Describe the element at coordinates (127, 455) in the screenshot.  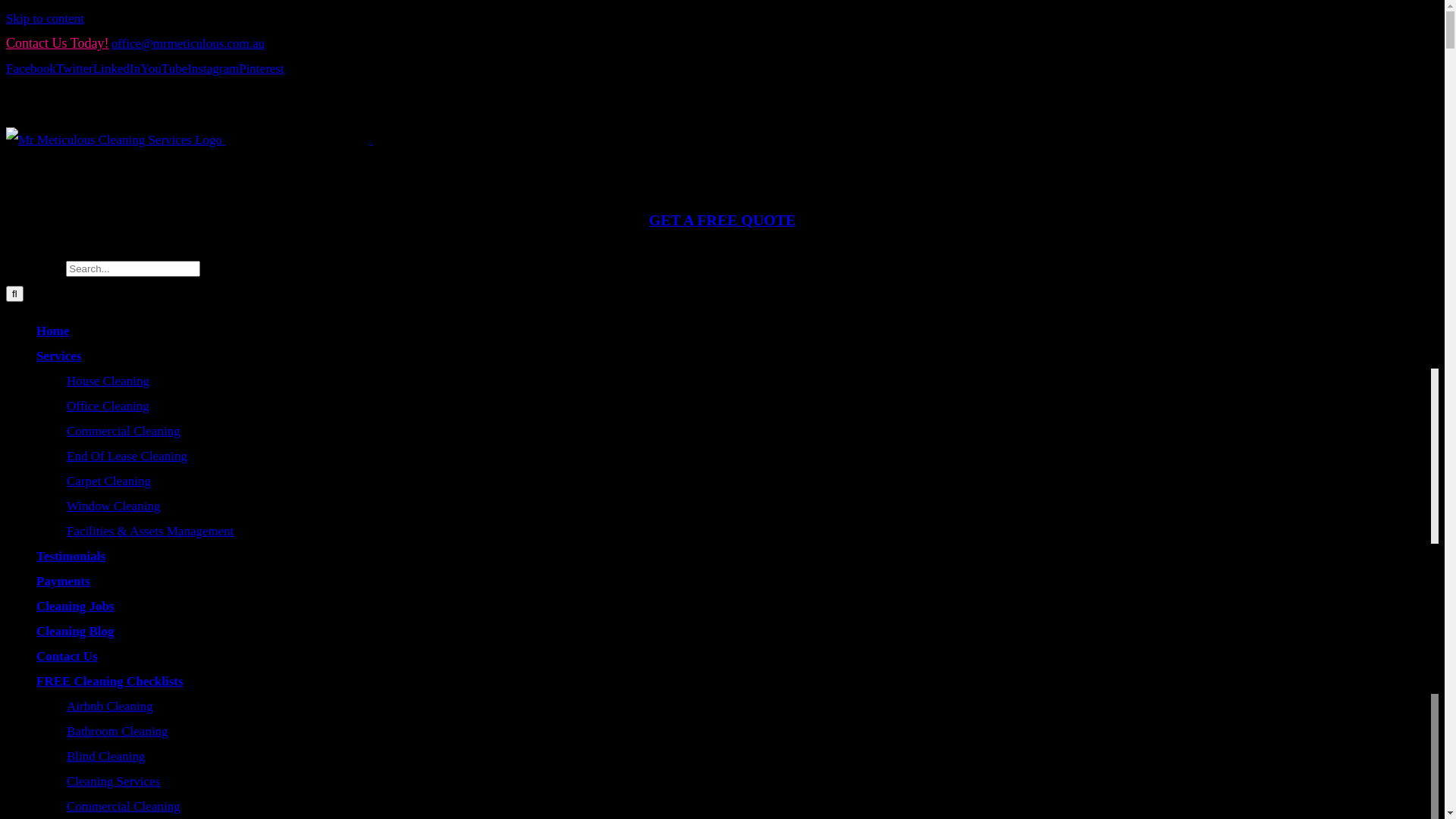
I see `'End Of Lease Cleaning'` at that location.